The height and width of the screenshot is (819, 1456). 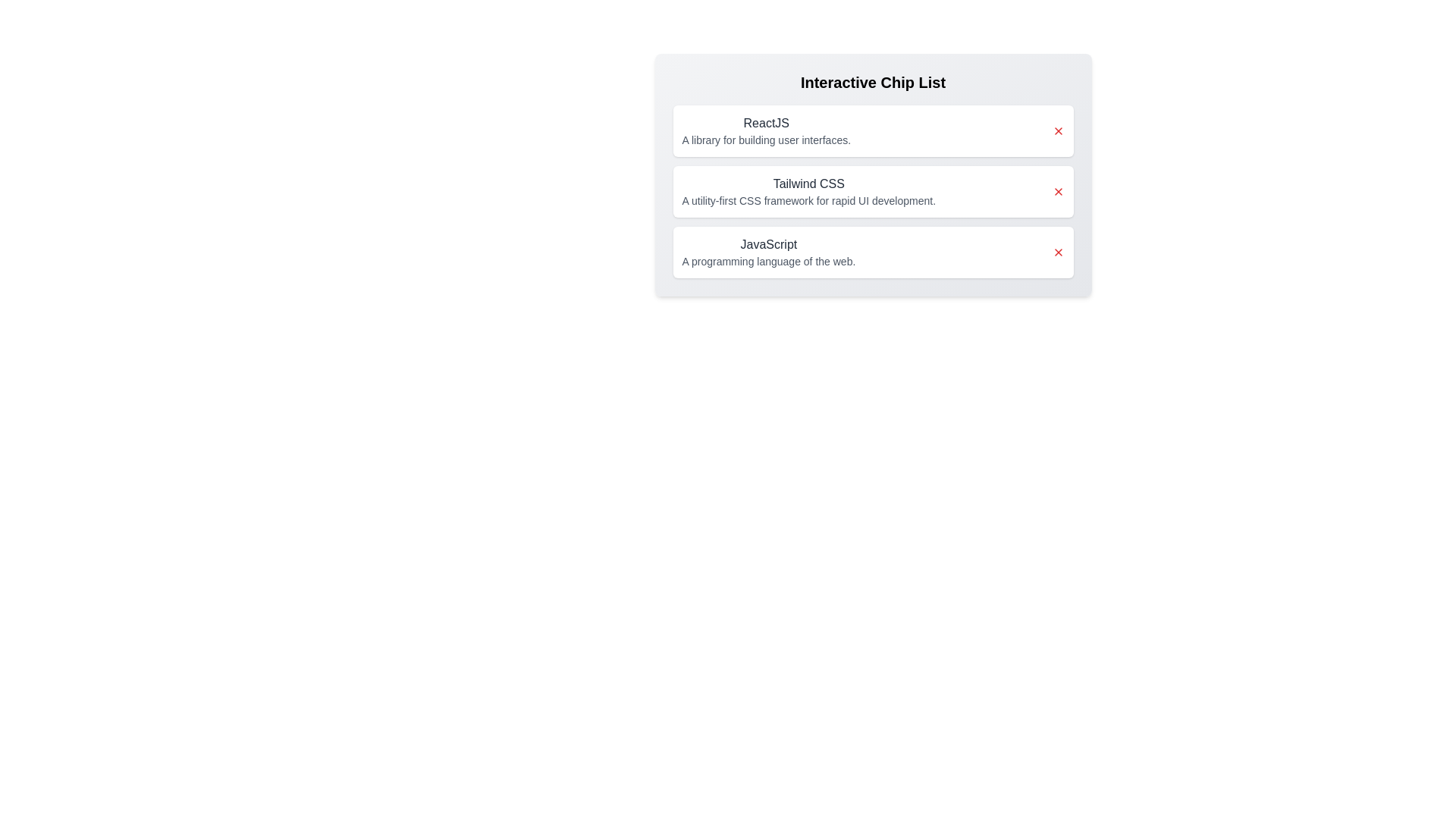 What do you see at coordinates (1057, 251) in the screenshot?
I see `close button corresponding to the chip labeled JavaScript` at bounding box center [1057, 251].